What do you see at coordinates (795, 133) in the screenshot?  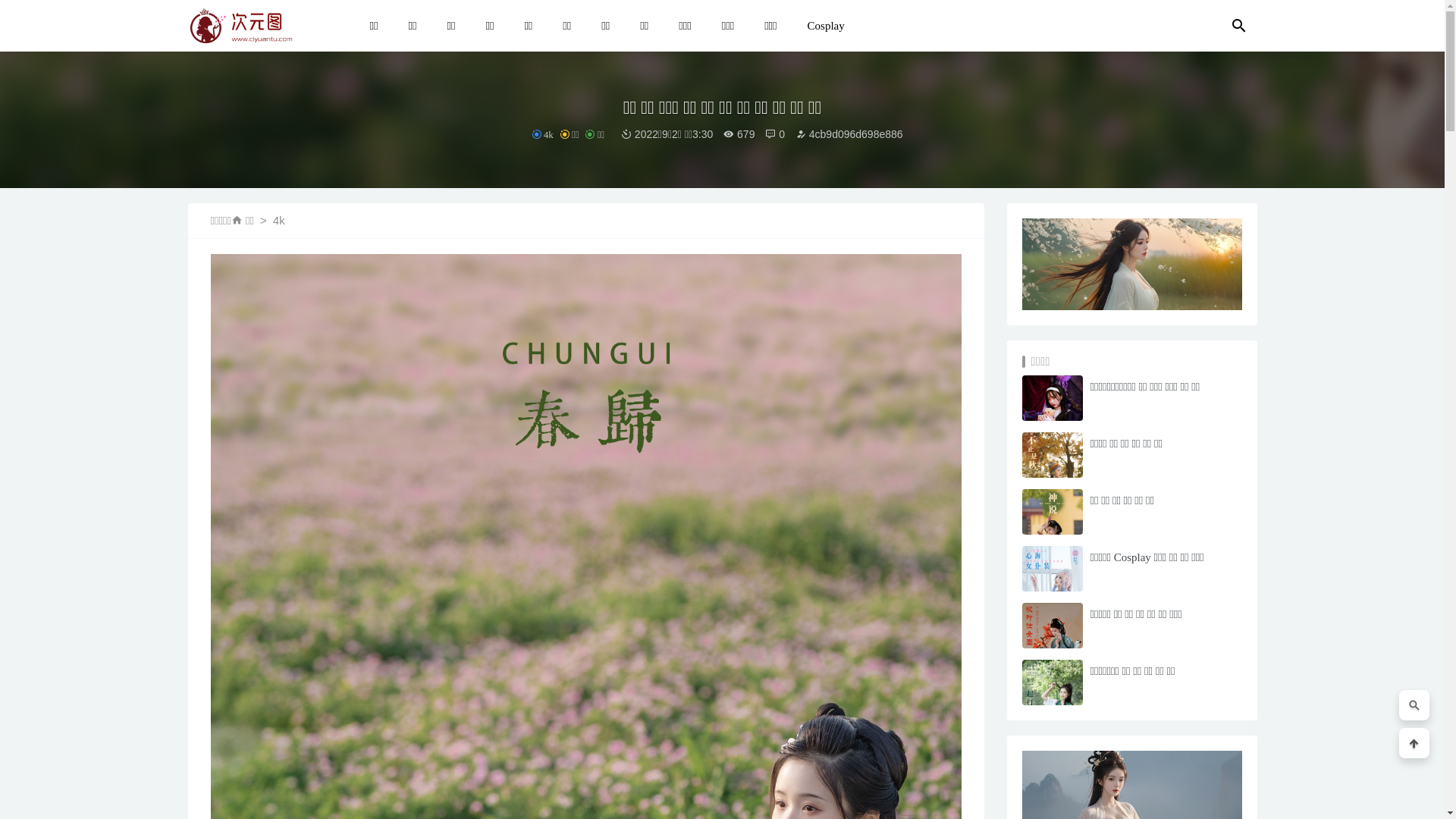 I see `'4cb9d096d698e886'` at bounding box center [795, 133].